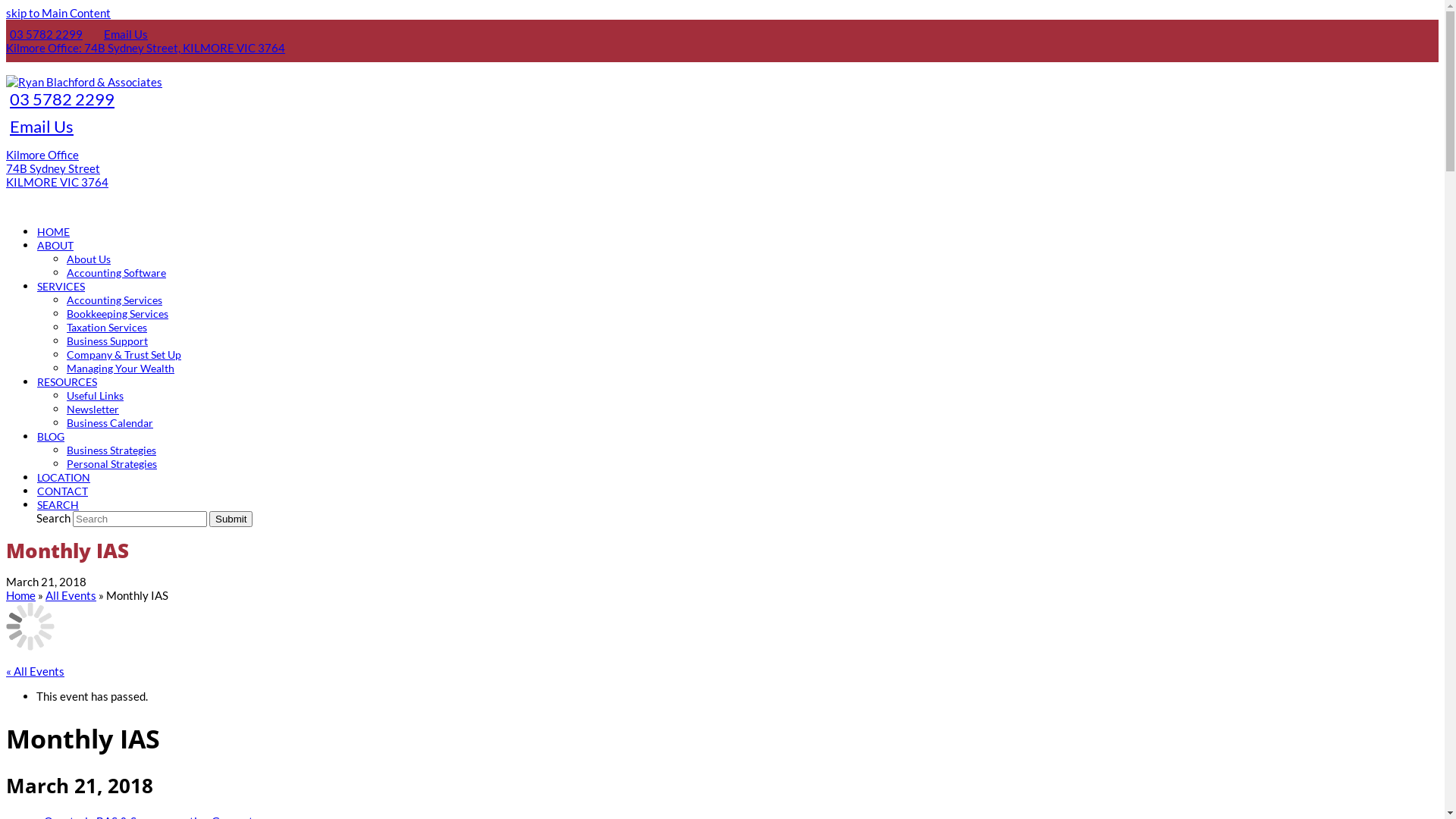 This screenshot has width=1456, height=819. What do you see at coordinates (60, 99) in the screenshot?
I see `'03 5782 2299'` at bounding box center [60, 99].